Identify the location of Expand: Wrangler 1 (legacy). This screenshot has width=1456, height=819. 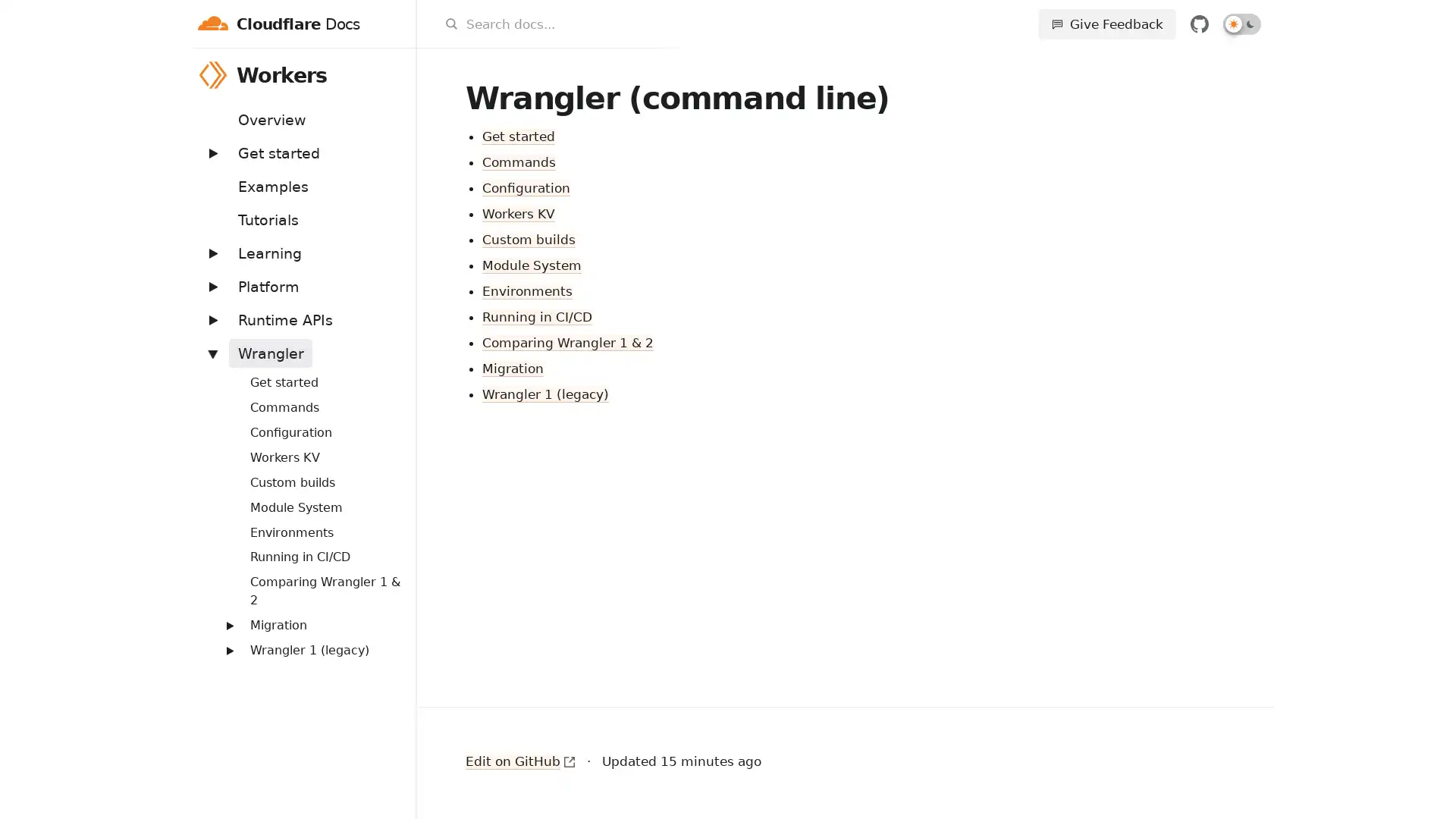
(228, 648).